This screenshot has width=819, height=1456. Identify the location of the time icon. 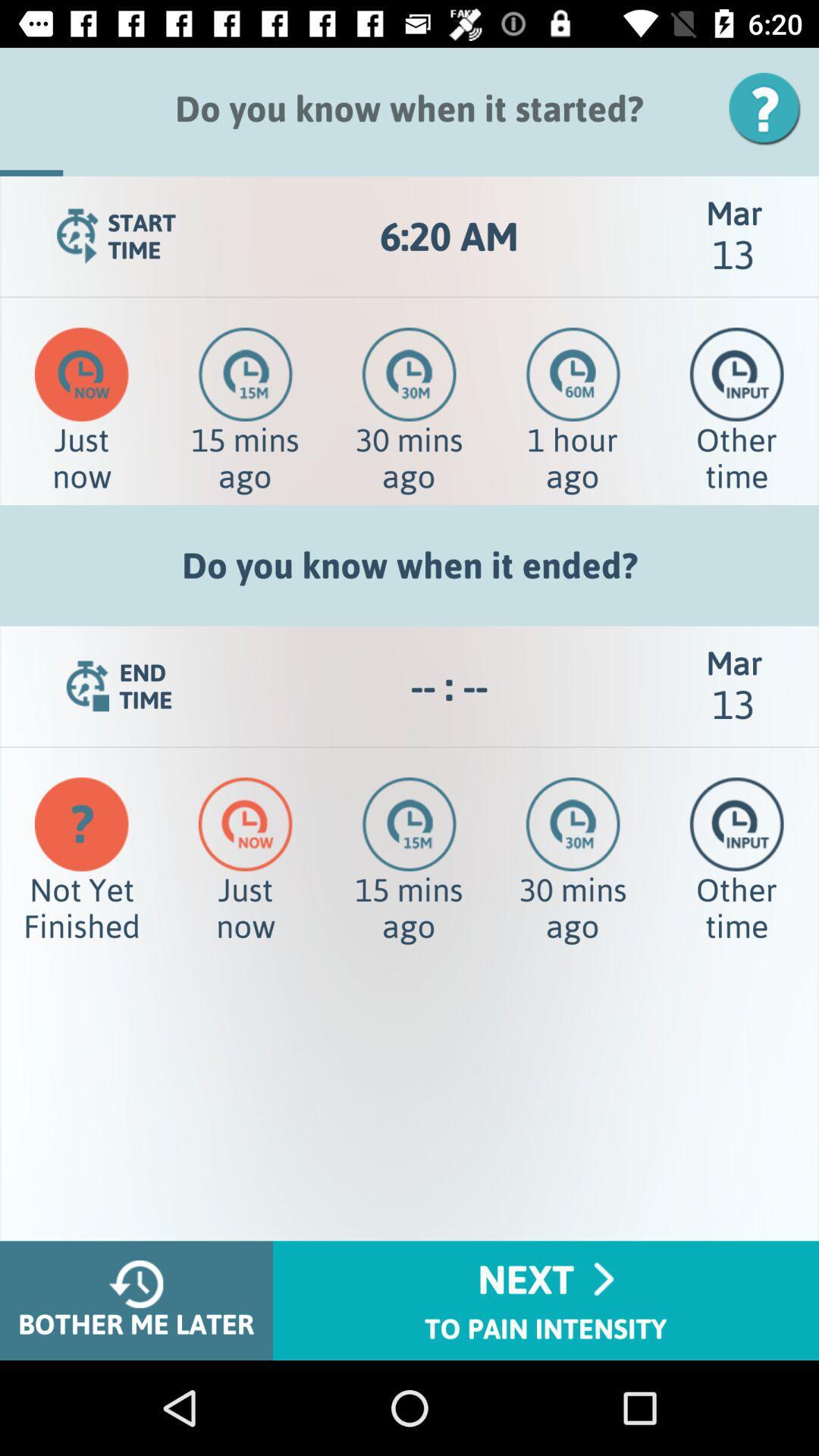
(81, 374).